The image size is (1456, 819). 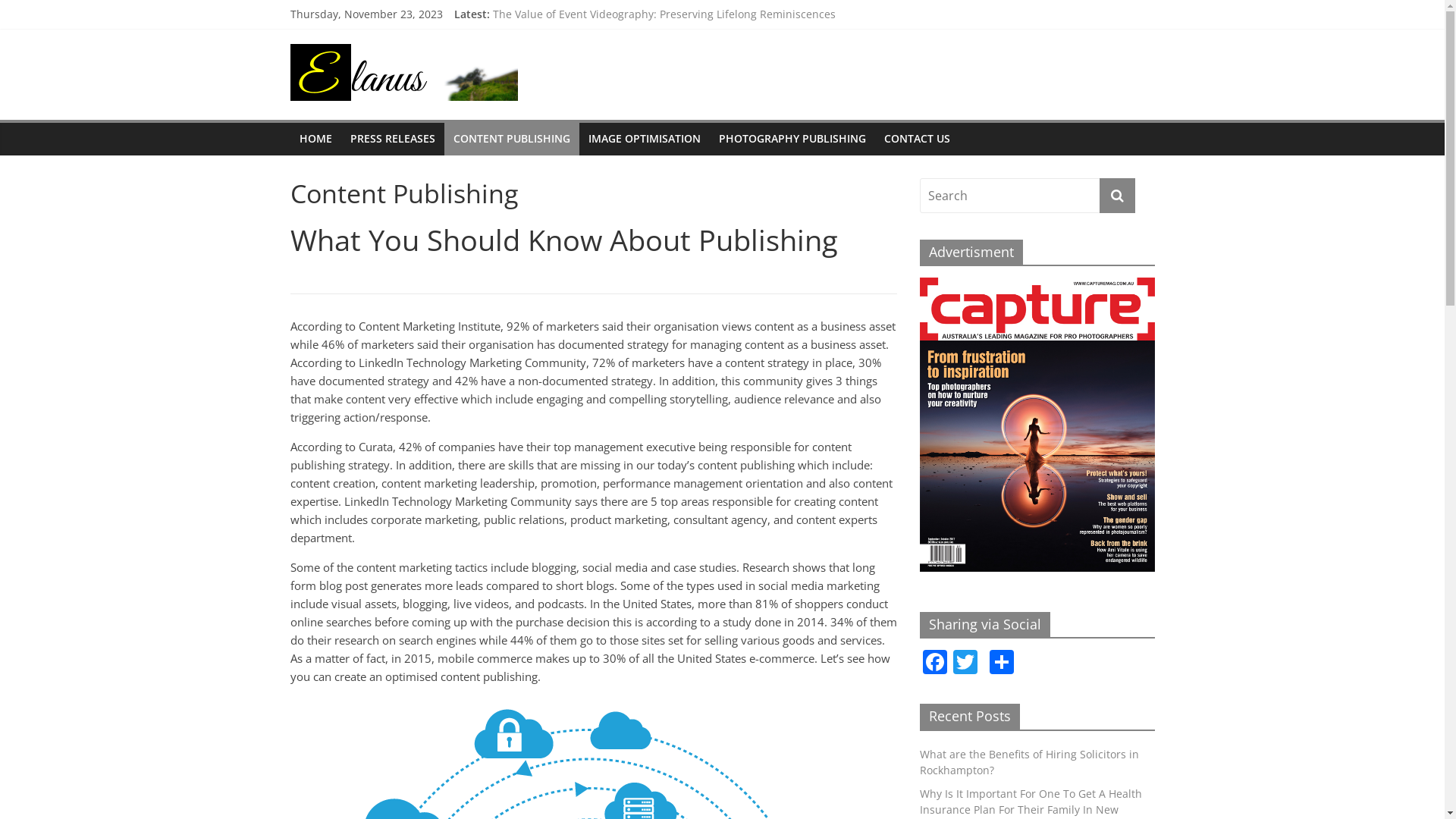 I want to click on 'HOME', so click(x=290, y=138).